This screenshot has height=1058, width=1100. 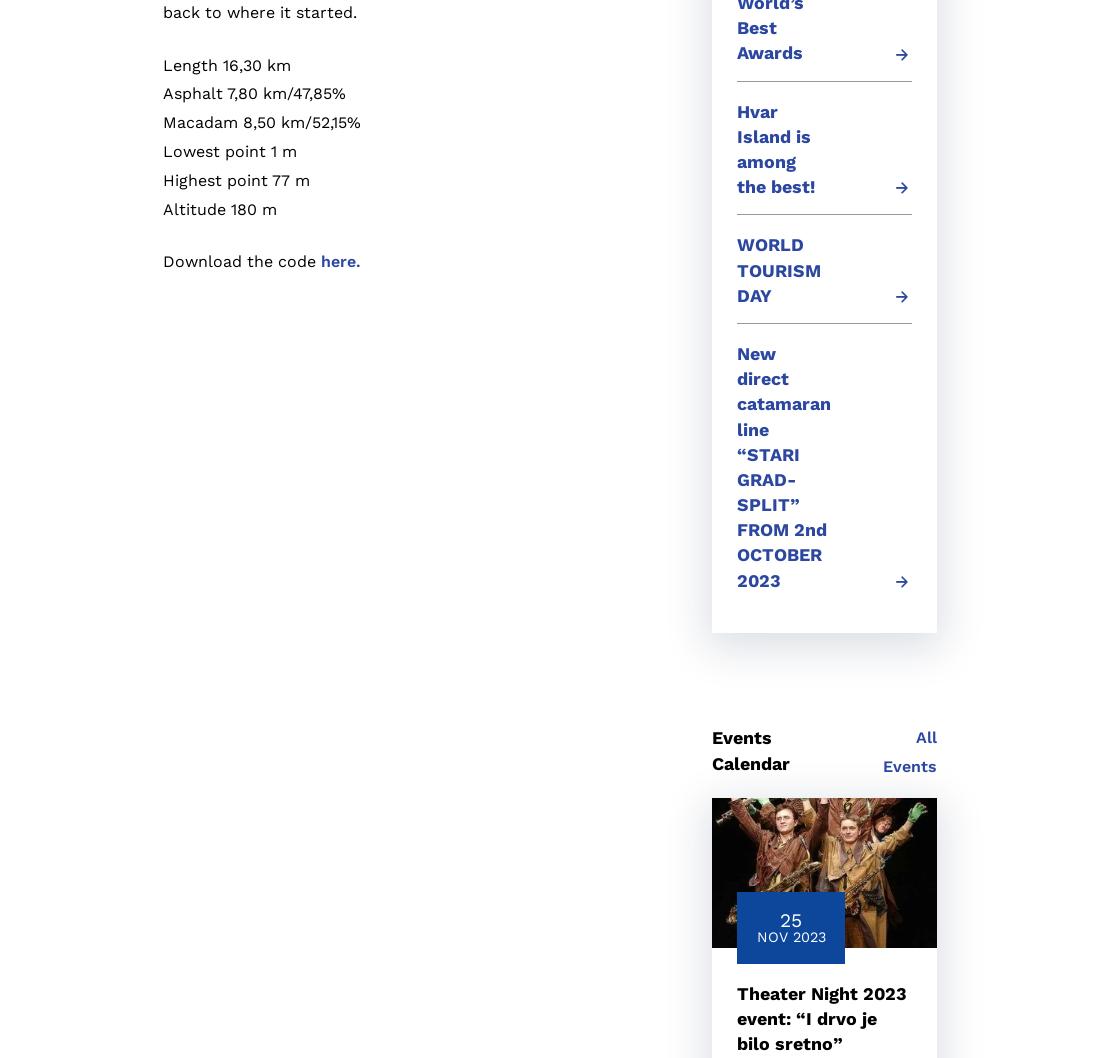 I want to click on 'here.', so click(x=339, y=261).